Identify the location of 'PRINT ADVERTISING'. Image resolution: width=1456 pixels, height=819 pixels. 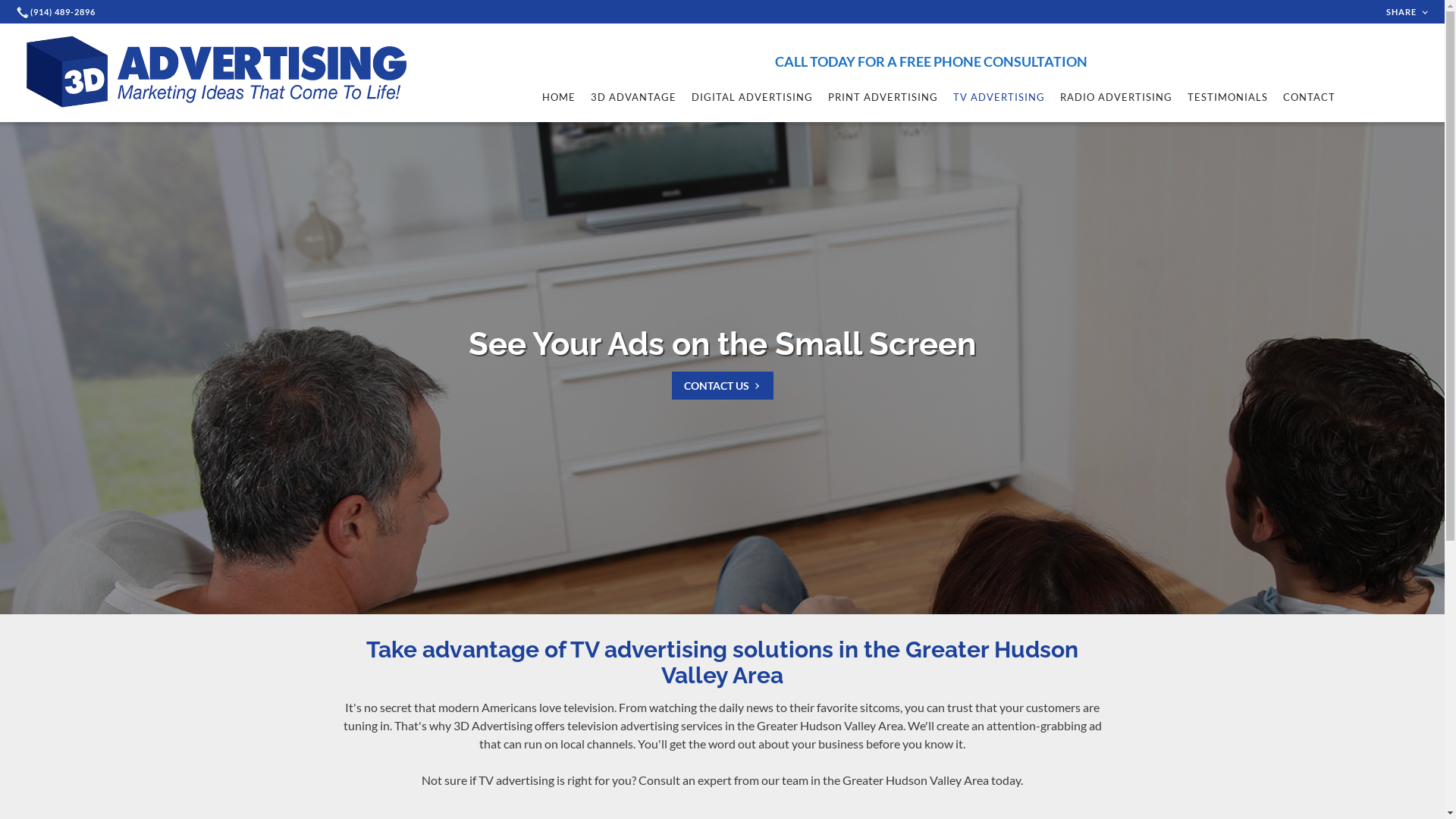
(883, 96).